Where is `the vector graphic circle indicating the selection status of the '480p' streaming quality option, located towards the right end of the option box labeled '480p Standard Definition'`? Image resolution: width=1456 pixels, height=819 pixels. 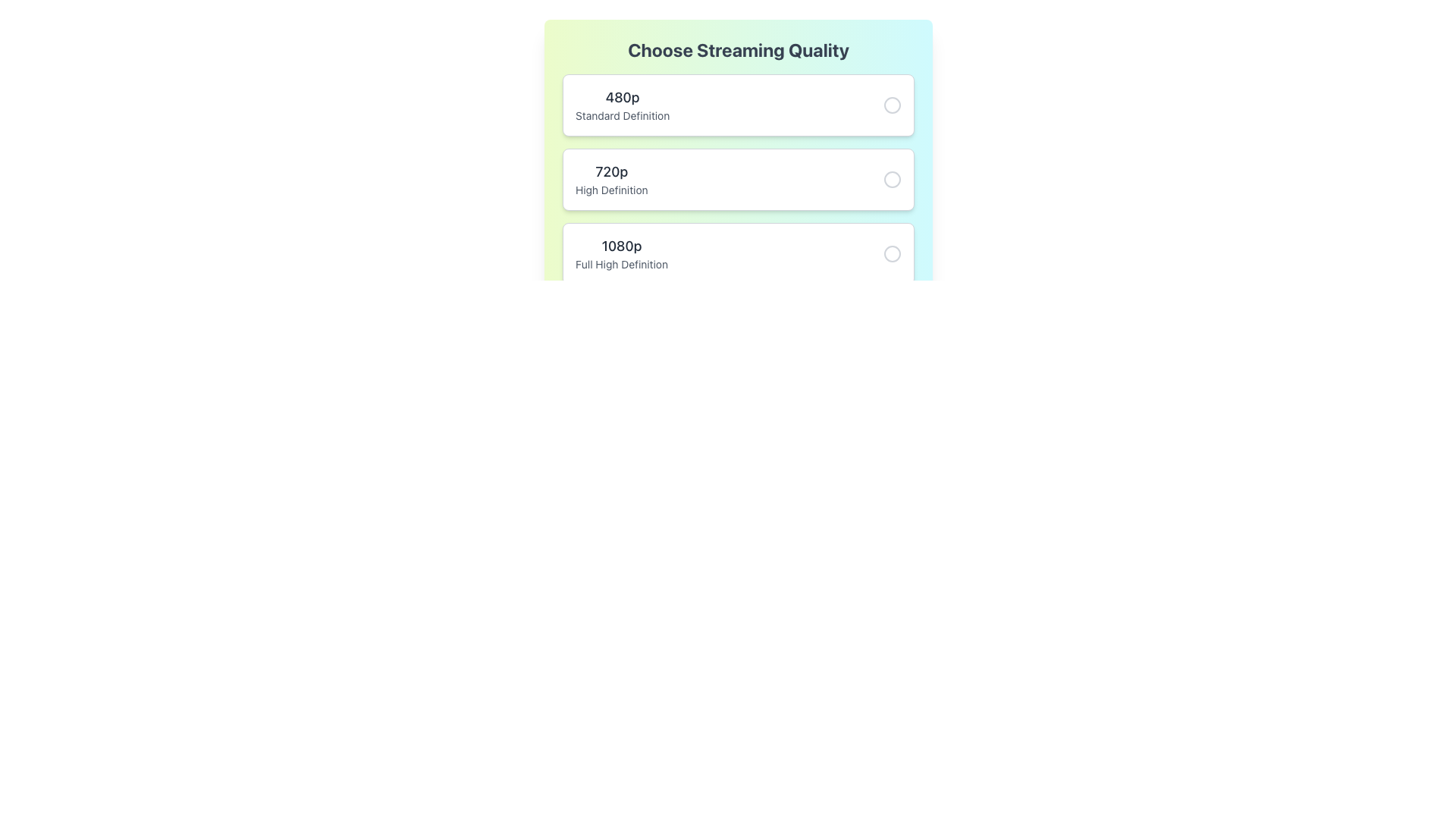
the vector graphic circle indicating the selection status of the '480p' streaming quality option, located towards the right end of the option box labeled '480p Standard Definition' is located at coordinates (892, 104).